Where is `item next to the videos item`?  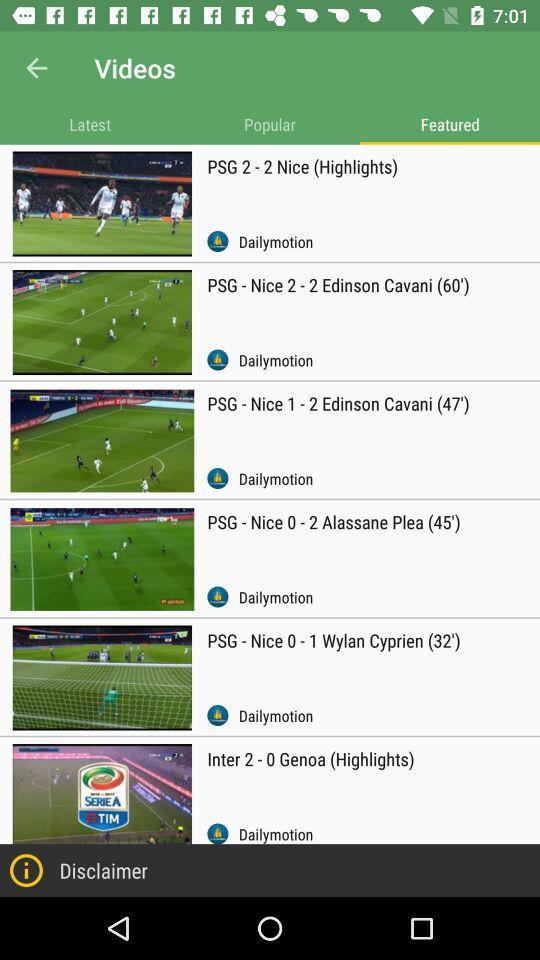 item next to the videos item is located at coordinates (36, 68).